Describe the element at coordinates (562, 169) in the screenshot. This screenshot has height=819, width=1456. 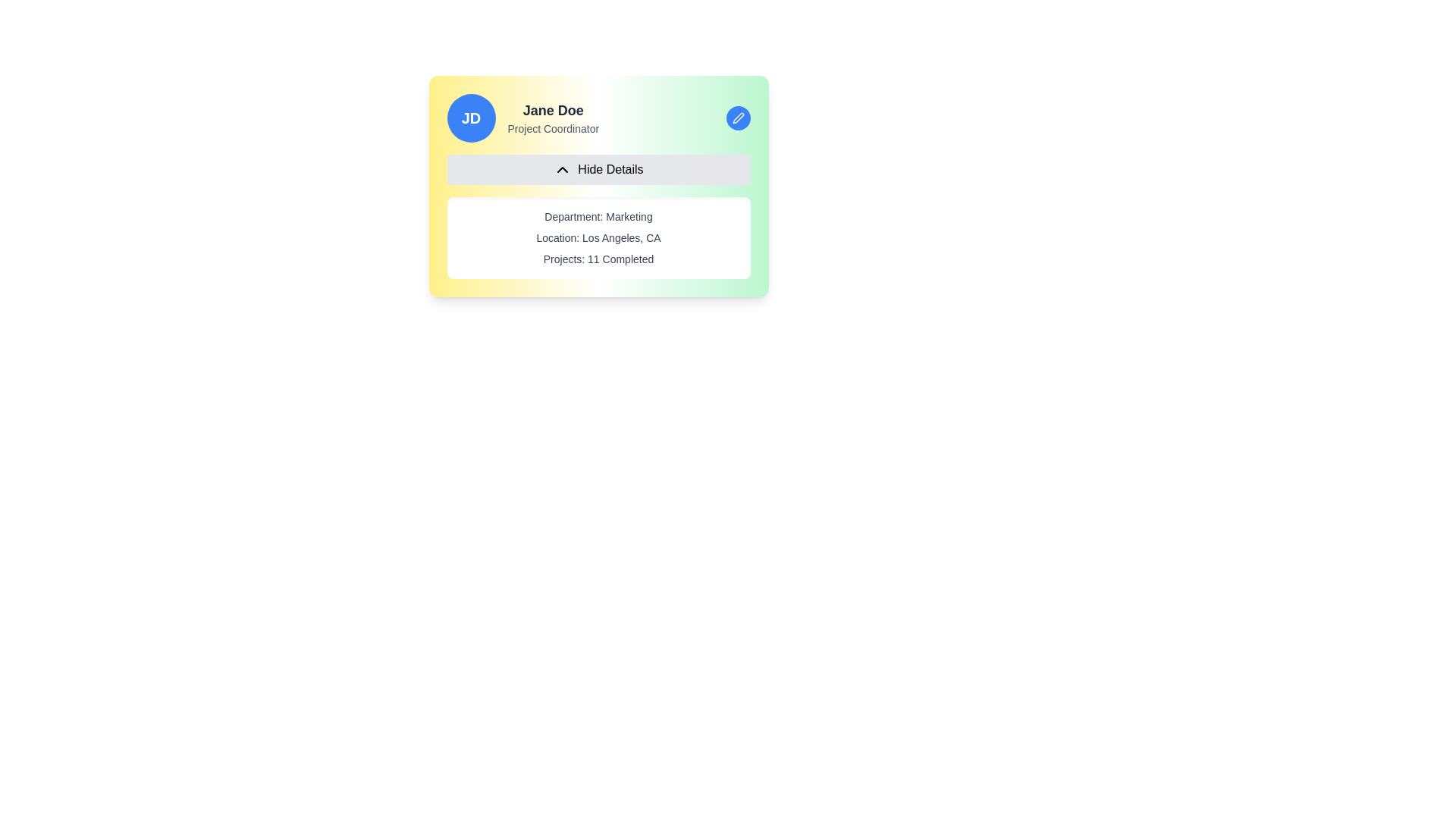
I see `the chevron icon located to the left of the 'Hide Details' button, which indicates a collapsing or hiding functionality` at that location.